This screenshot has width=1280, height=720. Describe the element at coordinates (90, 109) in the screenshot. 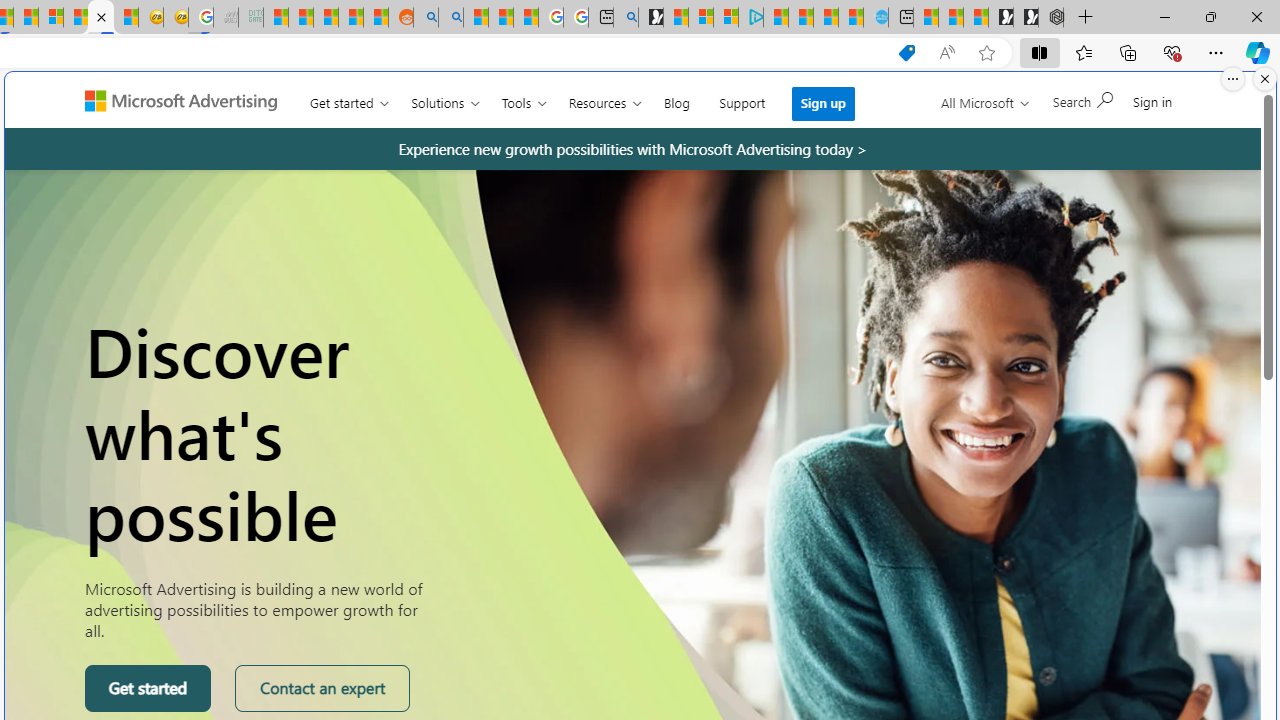

I see `'Create images, get help with writing, and search faster'` at that location.